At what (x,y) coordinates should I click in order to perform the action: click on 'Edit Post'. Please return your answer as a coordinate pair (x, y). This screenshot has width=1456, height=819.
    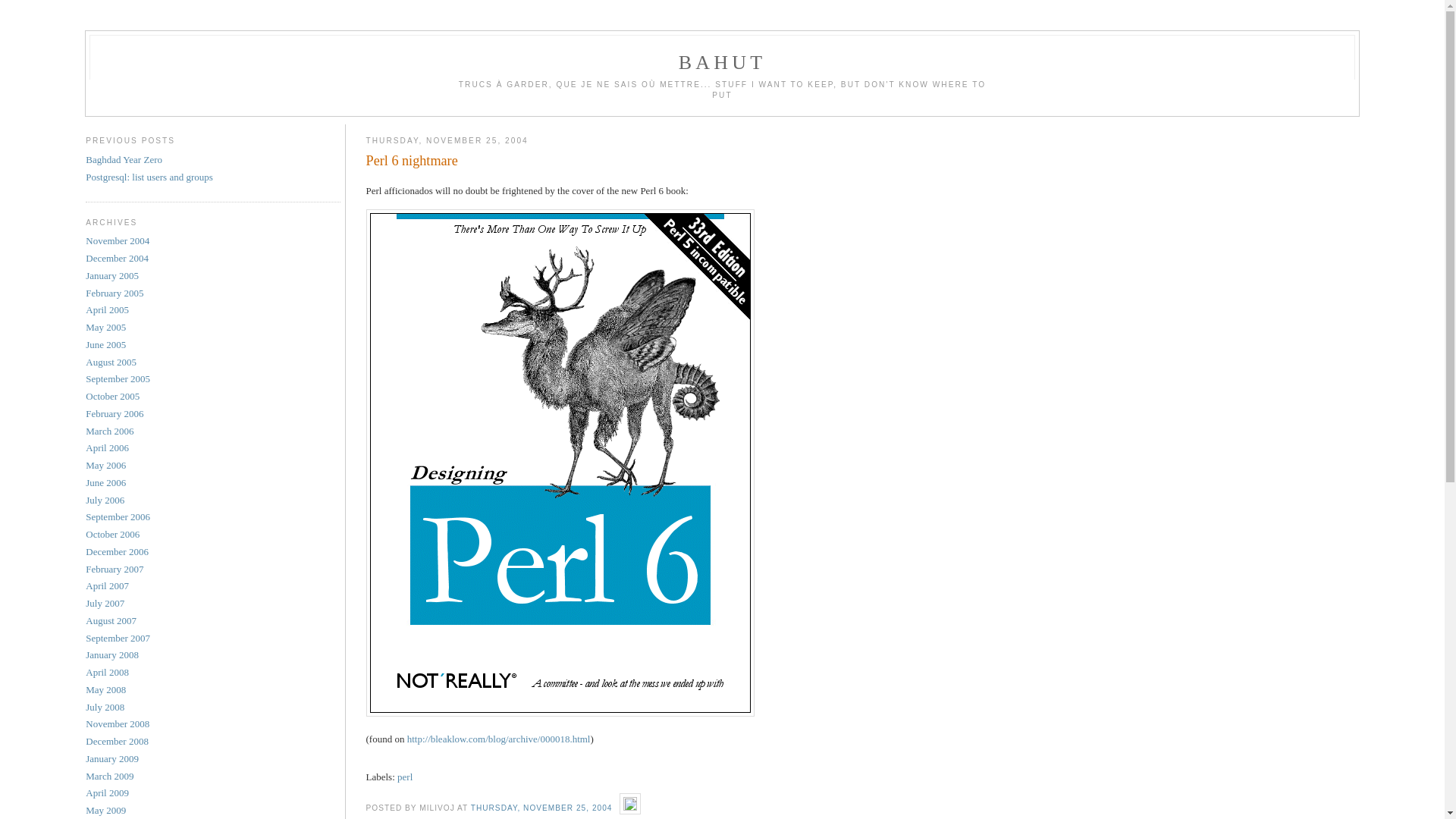
    Looking at the image, I should click on (629, 806).